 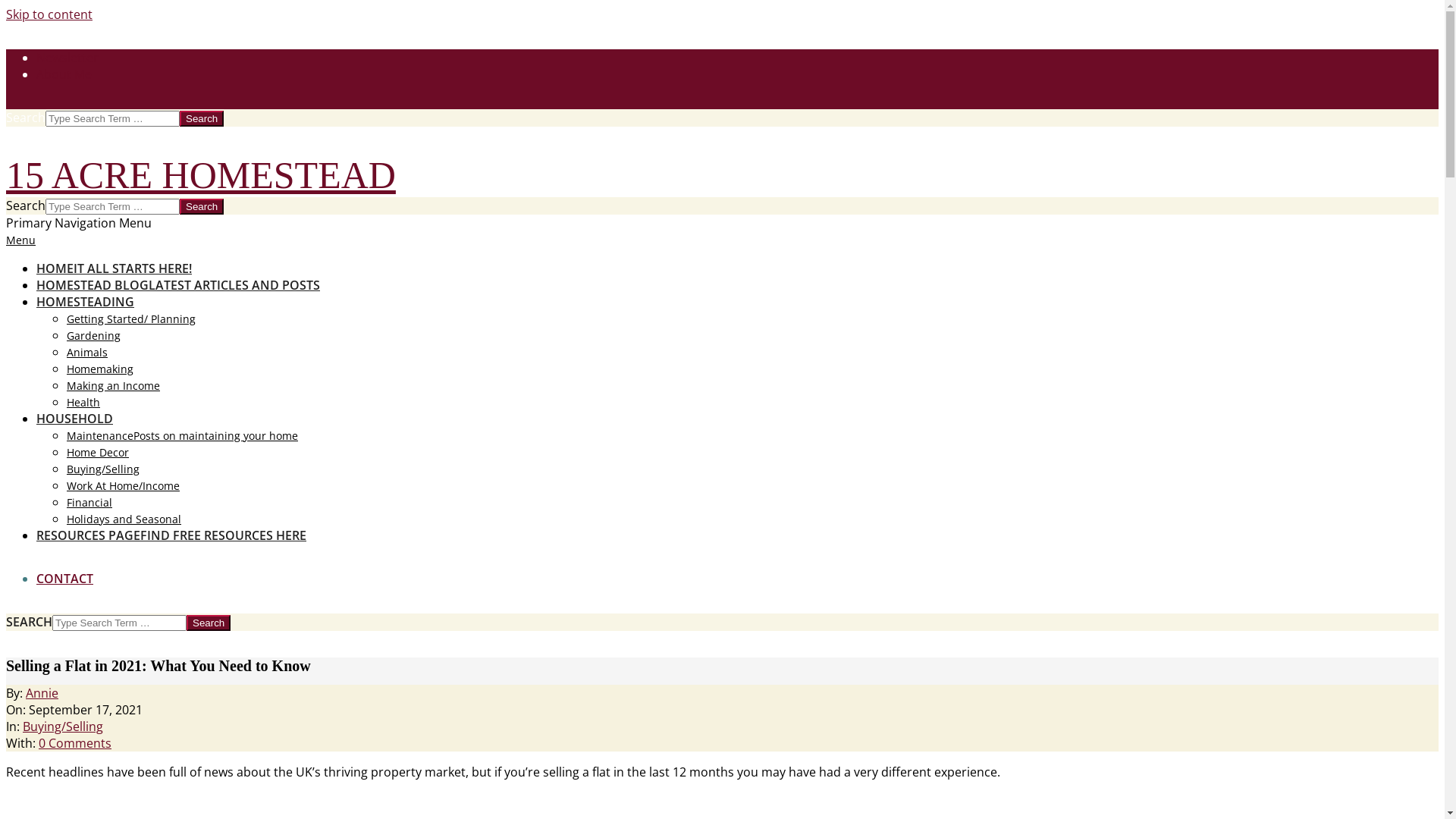 What do you see at coordinates (65, 318) in the screenshot?
I see `'Getting Started/ Planning'` at bounding box center [65, 318].